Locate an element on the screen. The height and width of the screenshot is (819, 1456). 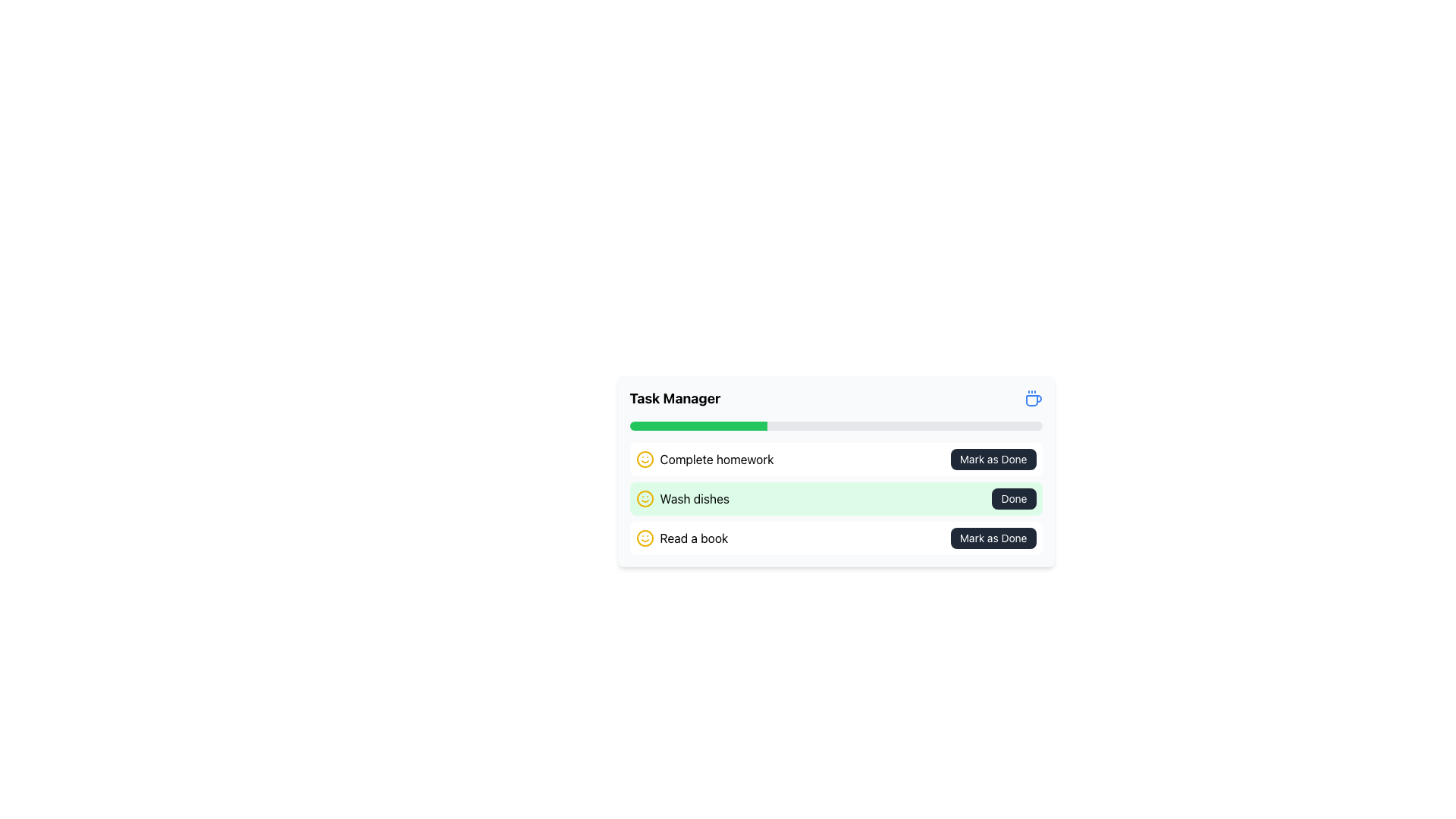
the task status indicator icon representing a happy or completed task state, located to the left of the text 'Read a book' is located at coordinates (645, 537).